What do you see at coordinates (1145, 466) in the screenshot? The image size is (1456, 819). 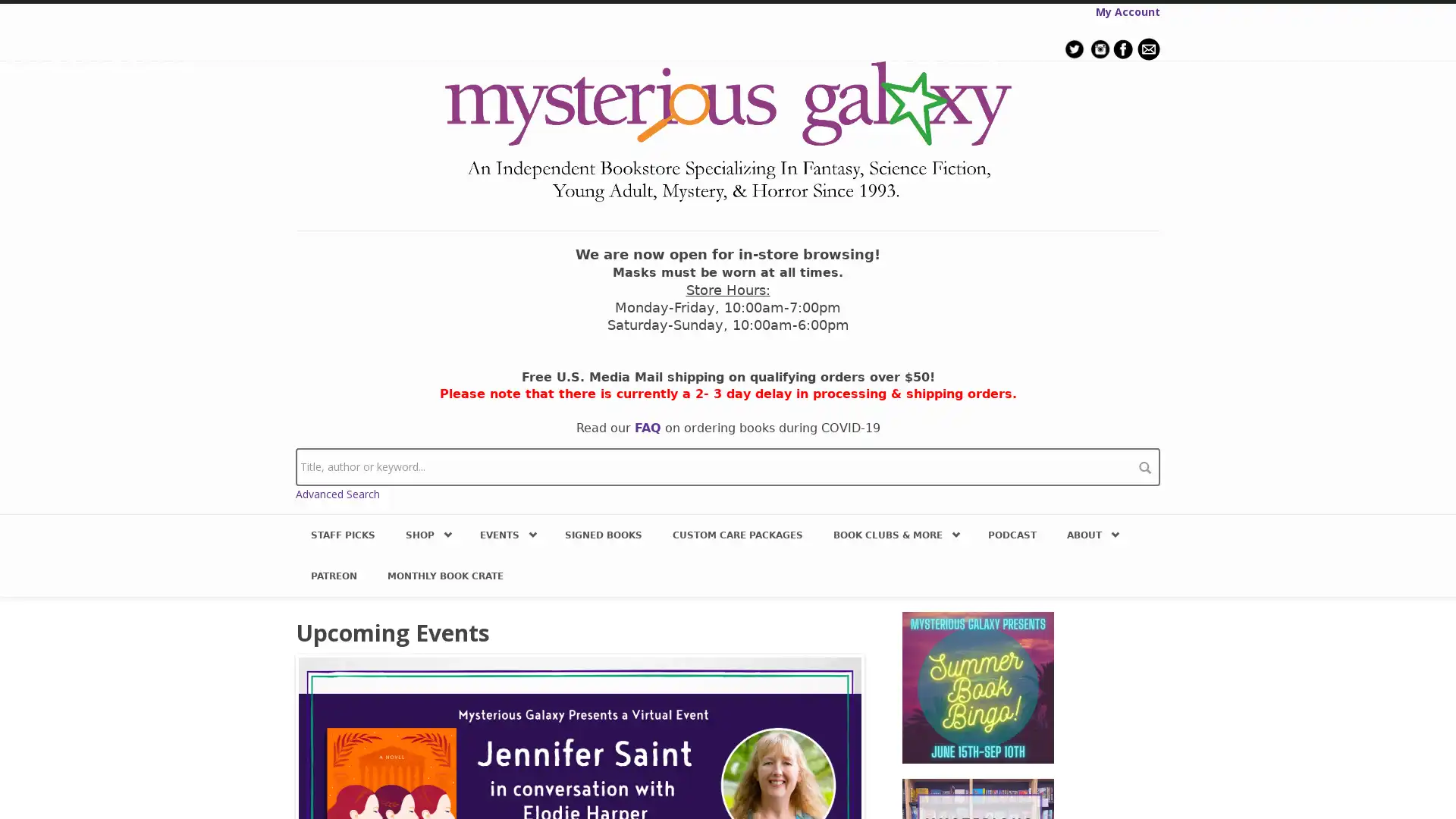 I see `search` at bounding box center [1145, 466].